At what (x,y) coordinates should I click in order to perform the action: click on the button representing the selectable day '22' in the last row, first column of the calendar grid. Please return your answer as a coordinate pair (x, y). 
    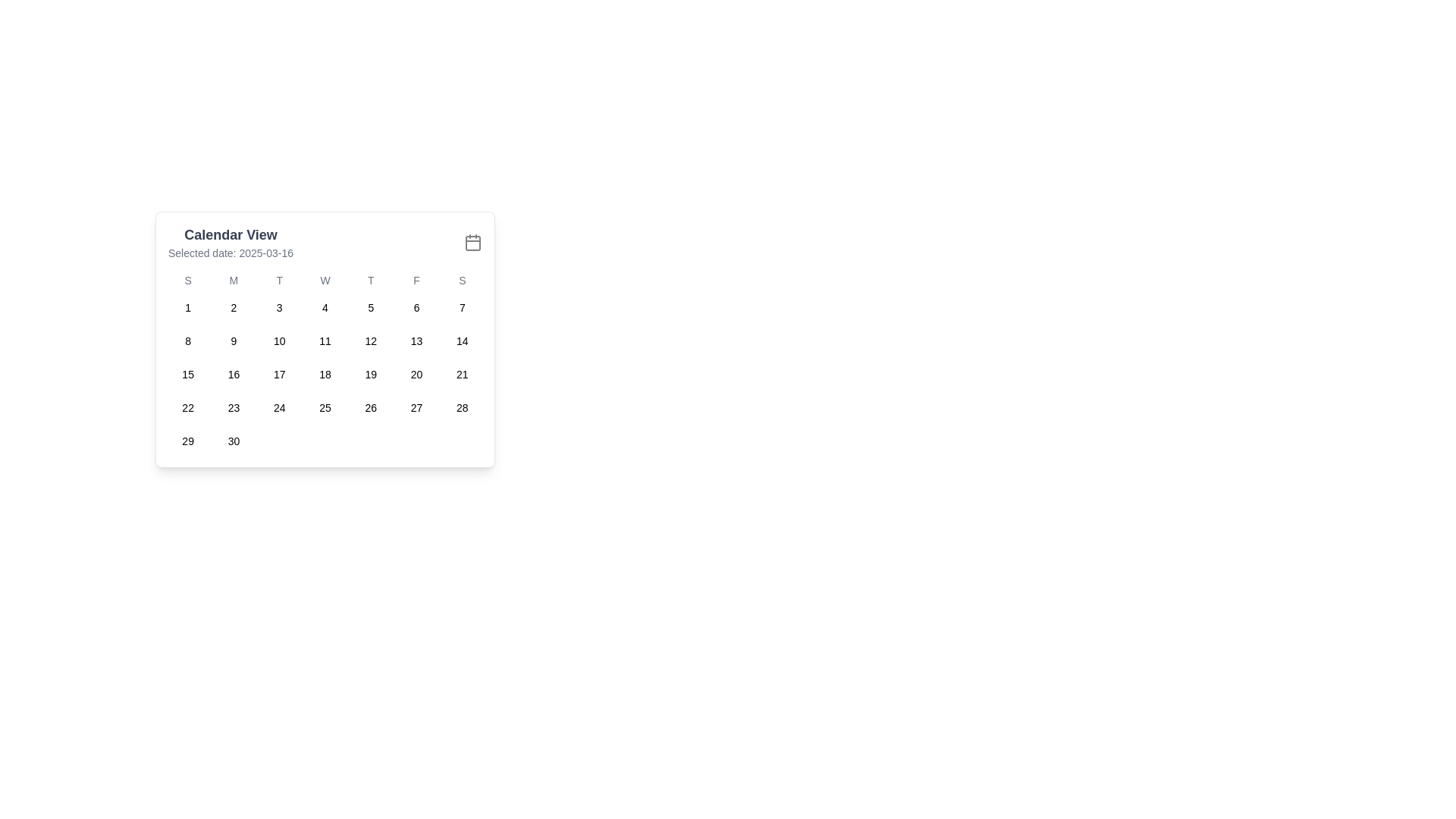
    Looking at the image, I should click on (187, 406).